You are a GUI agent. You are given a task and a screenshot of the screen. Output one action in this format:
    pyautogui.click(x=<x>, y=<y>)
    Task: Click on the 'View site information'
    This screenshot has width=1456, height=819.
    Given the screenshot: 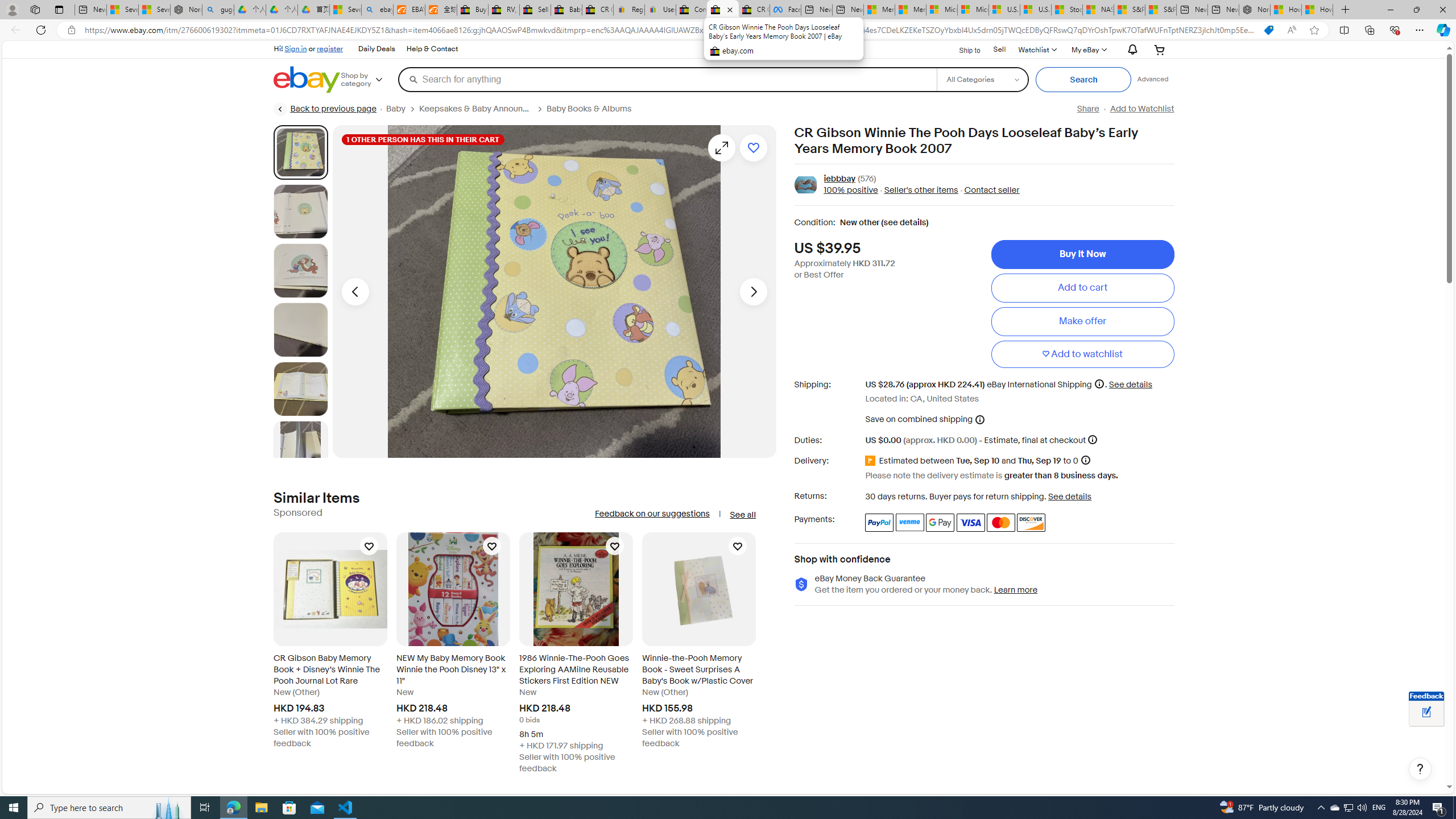 What is the action you would take?
    pyautogui.click(x=71, y=30)
    